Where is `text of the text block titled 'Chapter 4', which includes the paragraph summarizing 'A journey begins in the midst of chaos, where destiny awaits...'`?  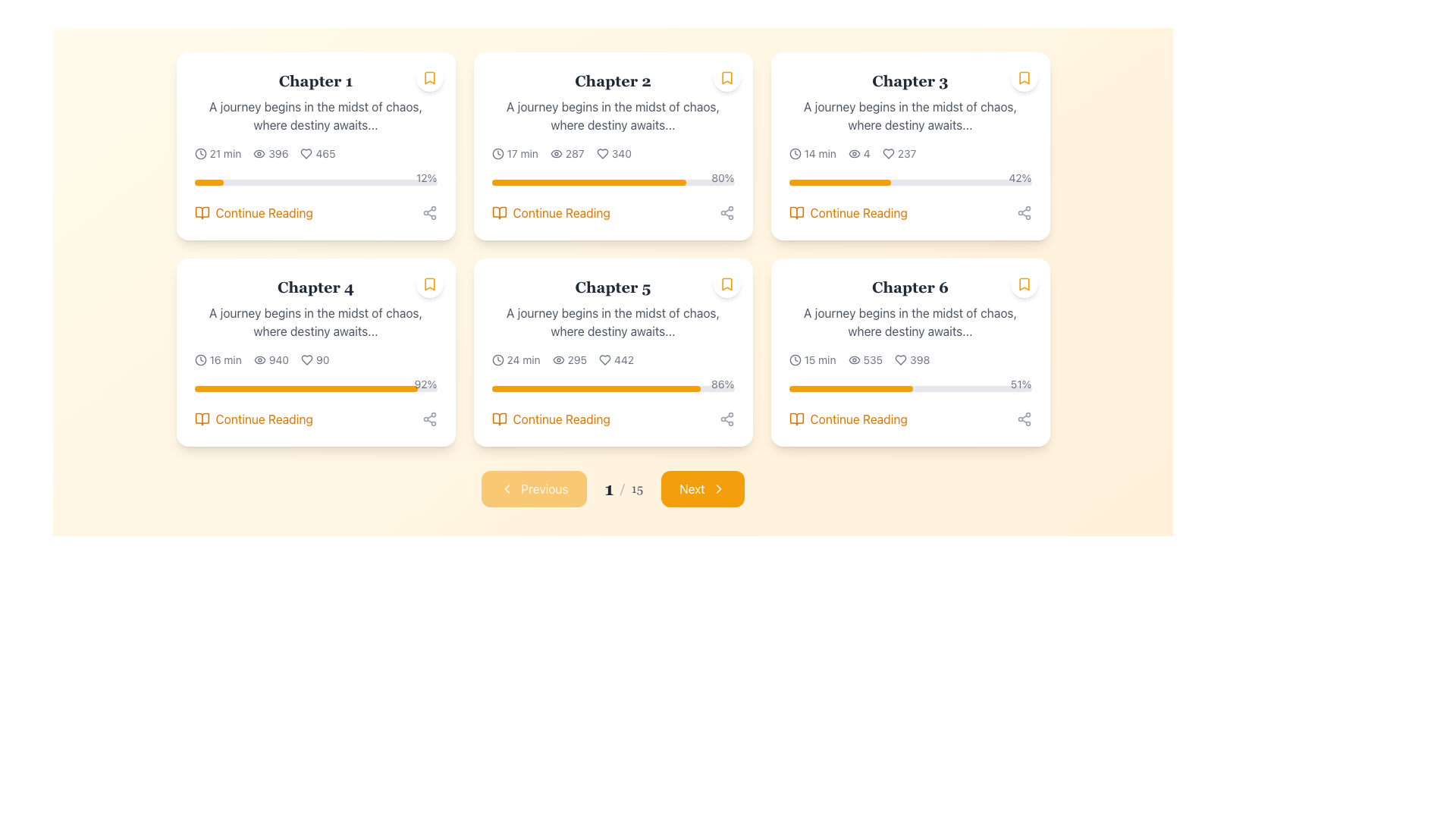 text of the text block titled 'Chapter 4', which includes the paragraph summarizing 'A journey begins in the midst of chaos, where destiny awaits...' is located at coordinates (315, 308).